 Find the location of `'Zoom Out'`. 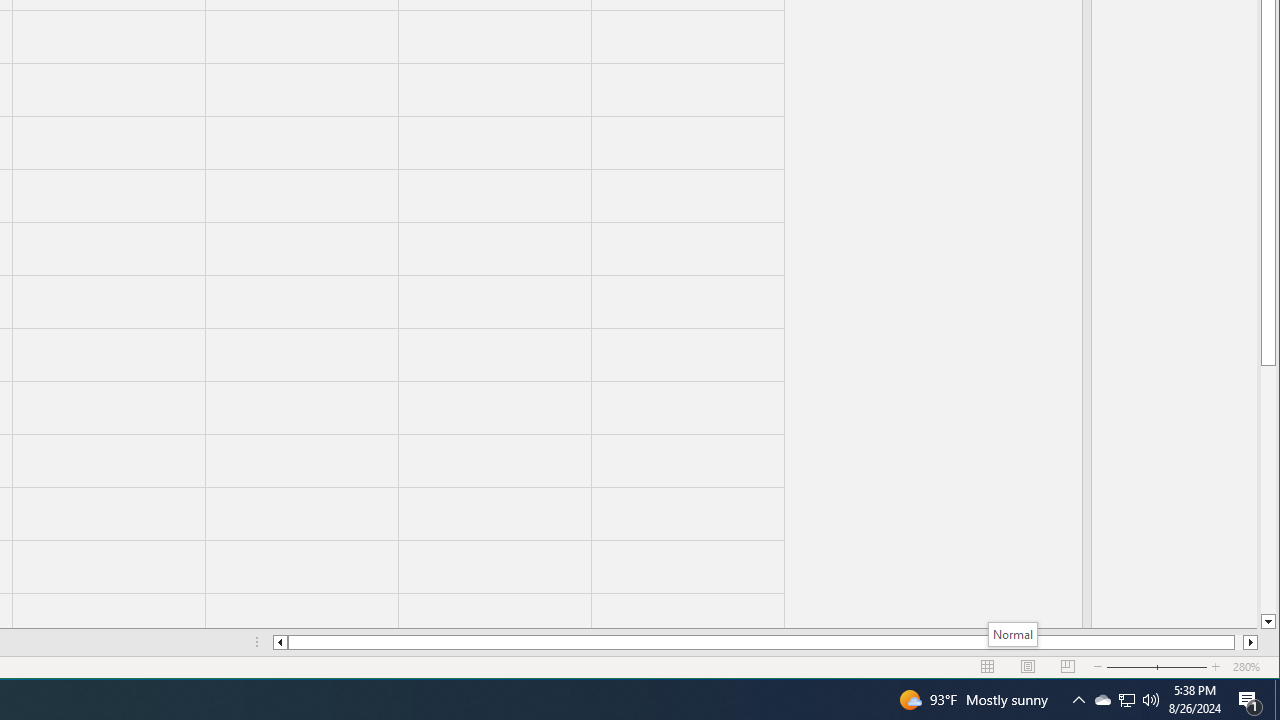

'Zoom Out' is located at coordinates (1067, 667).